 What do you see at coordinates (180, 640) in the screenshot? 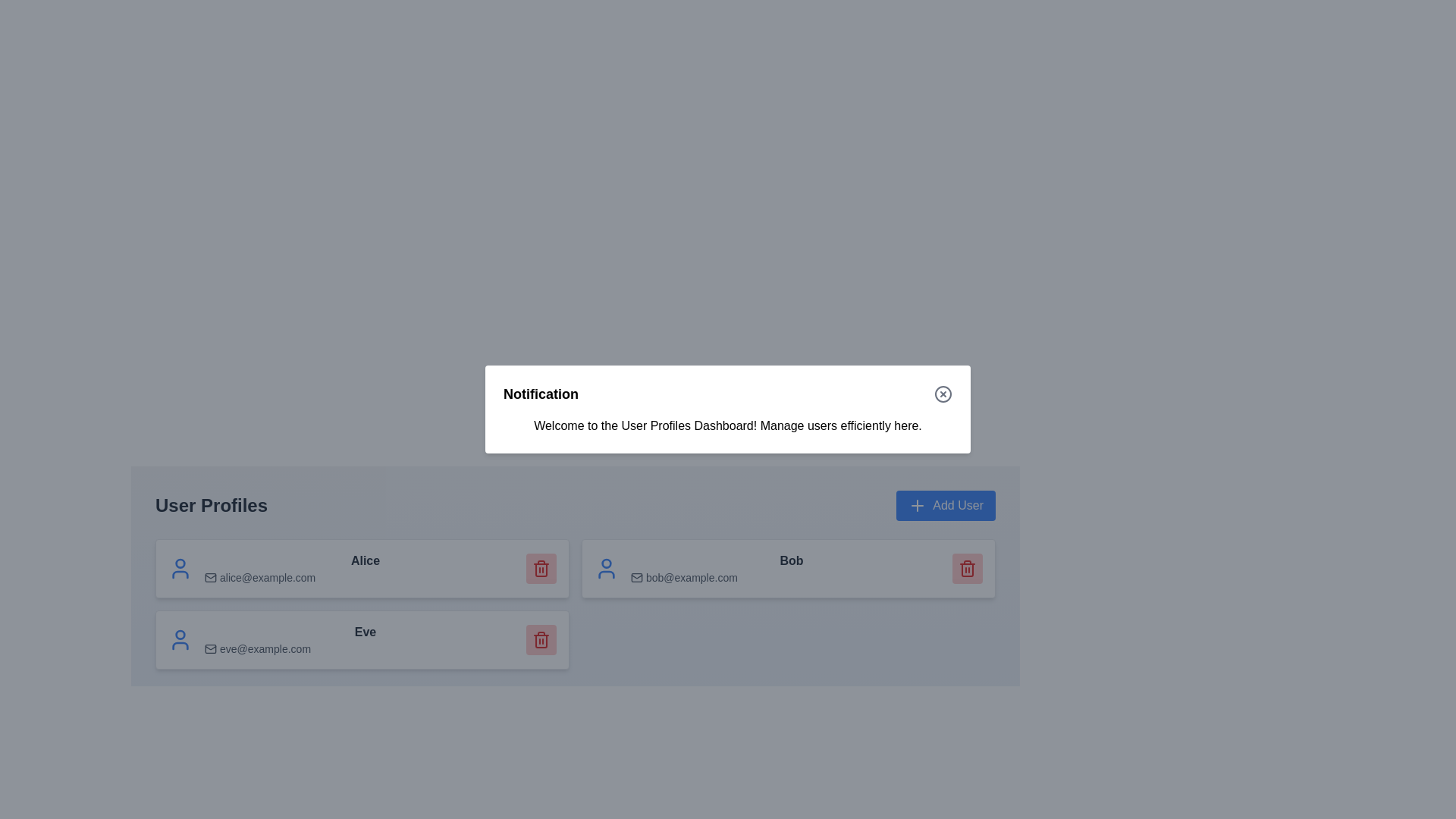
I see `the user profile icon for 'Eve' located on the far left side of its entry, directly left of the text 'Eve' and 'eve@example.com'` at bounding box center [180, 640].